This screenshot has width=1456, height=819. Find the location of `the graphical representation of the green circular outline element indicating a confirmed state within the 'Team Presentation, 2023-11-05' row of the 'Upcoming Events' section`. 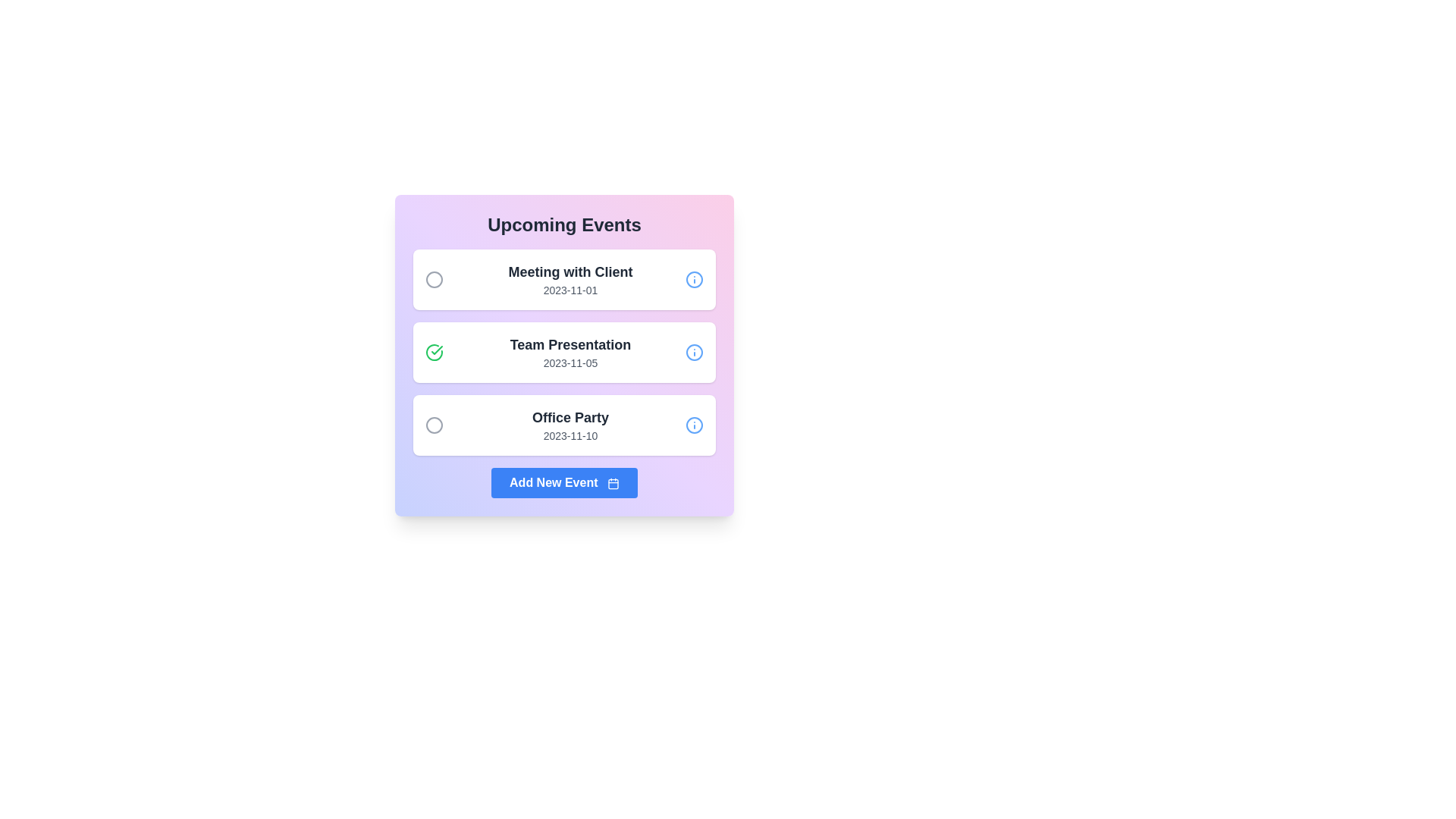

the graphical representation of the green circular outline element indicating a confirmed state within the 'Team Presentation, 2023-11-05' row of the 'Upcoming Events' section is located at coordinates (433, 353).